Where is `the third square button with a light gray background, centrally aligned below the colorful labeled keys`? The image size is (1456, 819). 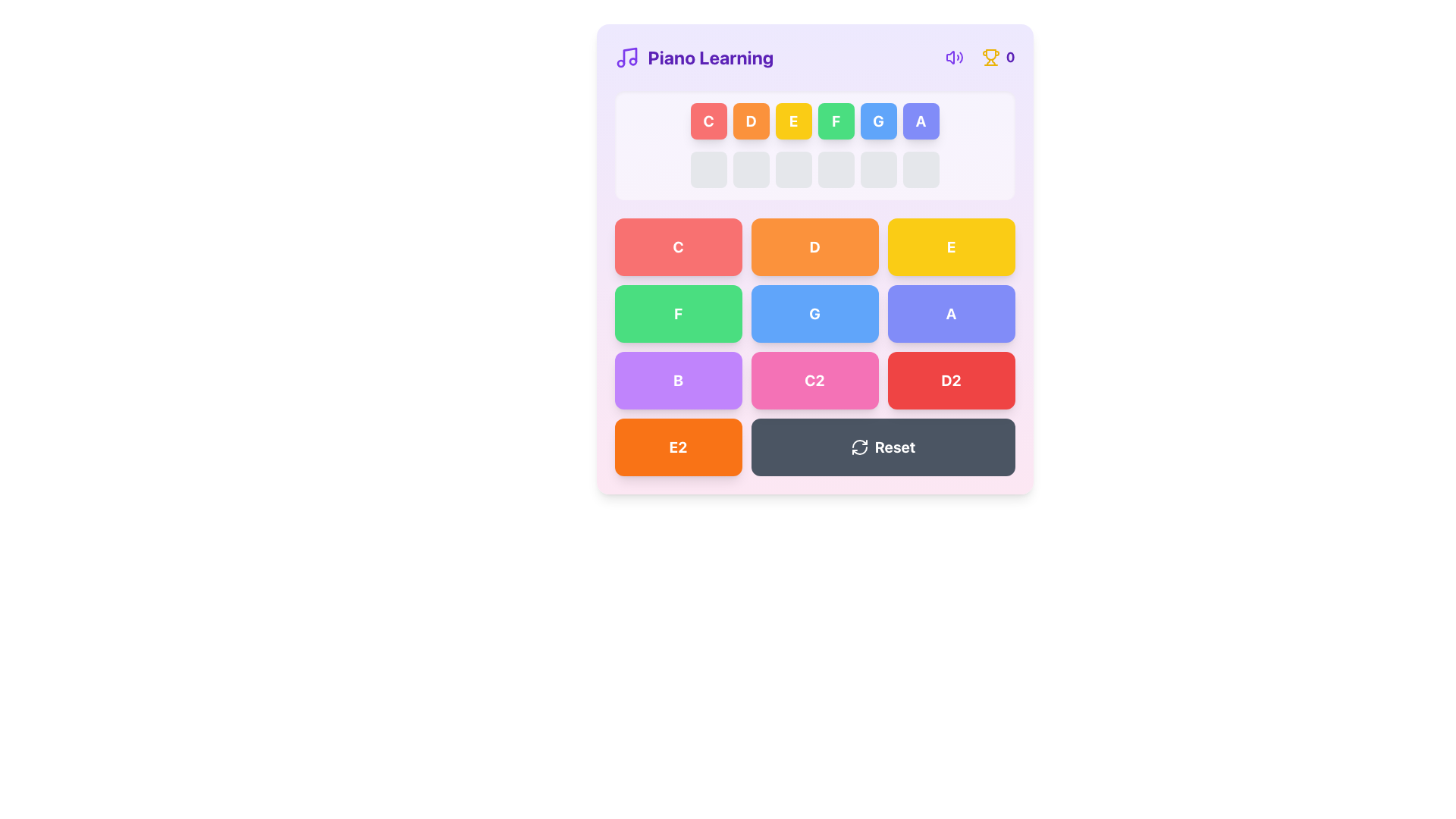
the third square button with a light gray background, centrally aligned below the colorful labeled keys is located at coordinates (792, 169).